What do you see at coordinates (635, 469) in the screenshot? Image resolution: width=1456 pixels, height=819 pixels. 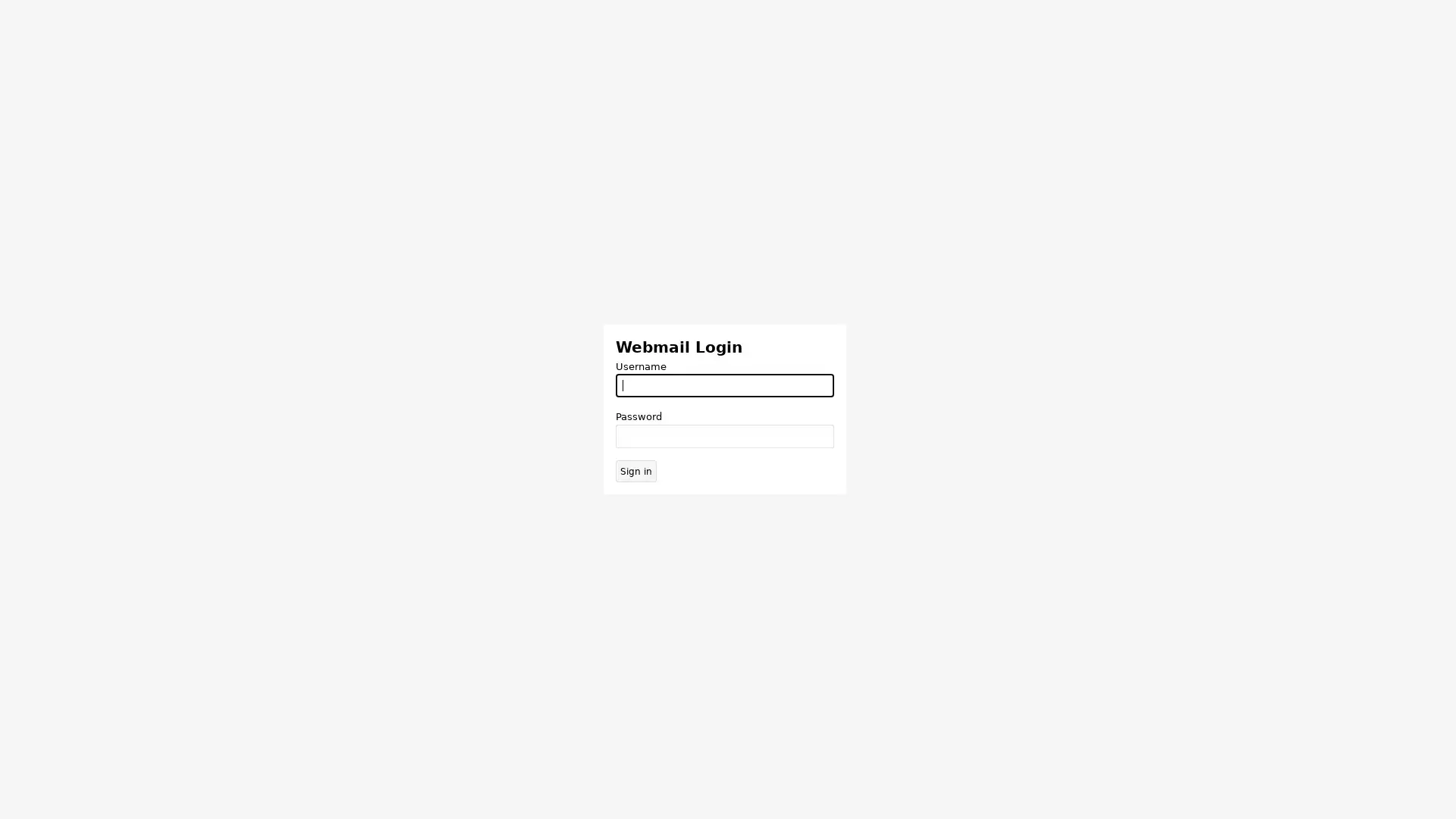 I see `Sign in` at bounding box center [635, 469].